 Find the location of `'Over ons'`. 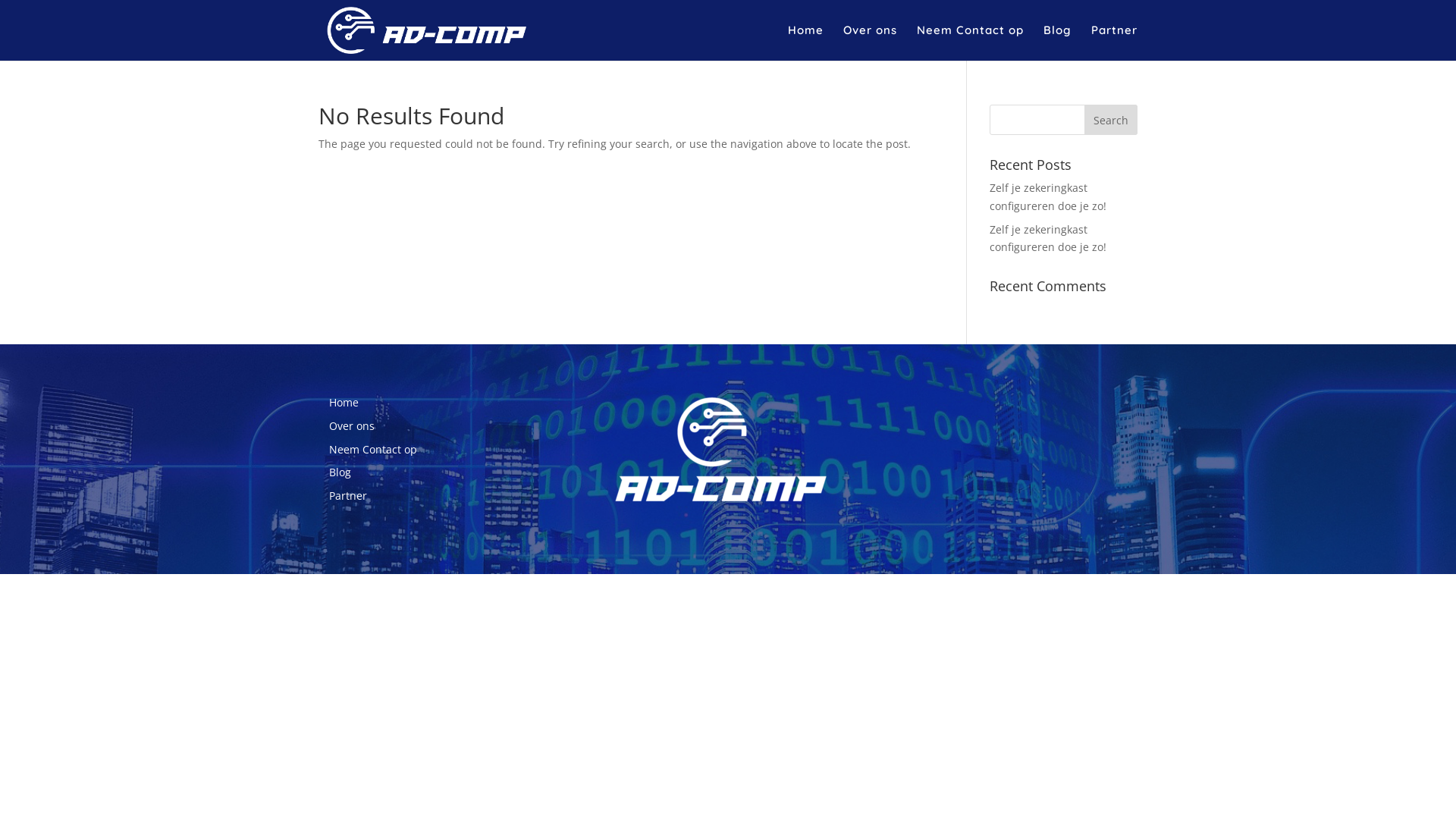

'Over ons' is located at coordinates (870, 42).